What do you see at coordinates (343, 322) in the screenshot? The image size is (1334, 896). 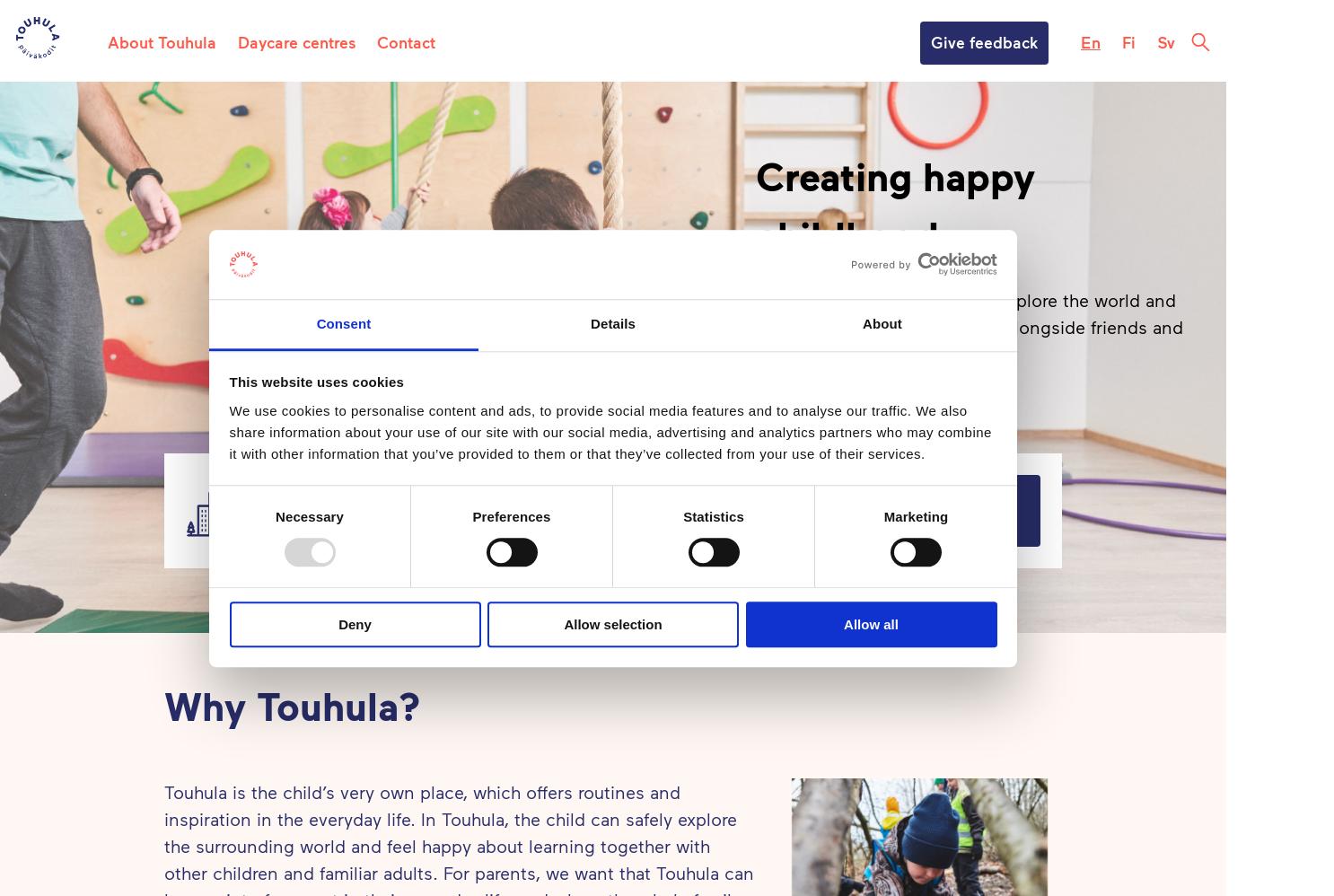 I see `'Consent'` at bounding box center [343, 322].